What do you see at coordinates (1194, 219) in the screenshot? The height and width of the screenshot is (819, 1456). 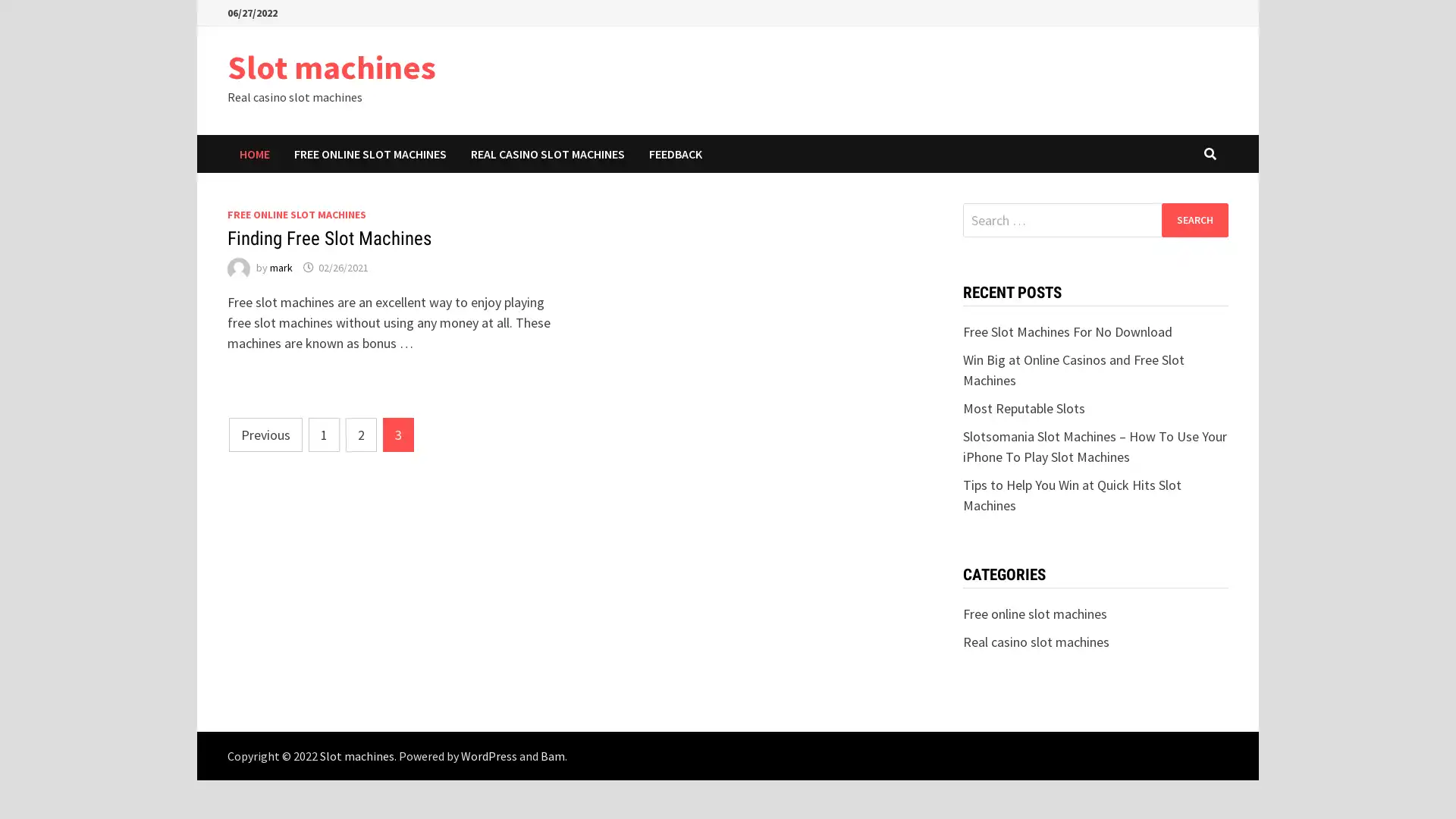 I see `Search` at bounding box center [1194, 219].